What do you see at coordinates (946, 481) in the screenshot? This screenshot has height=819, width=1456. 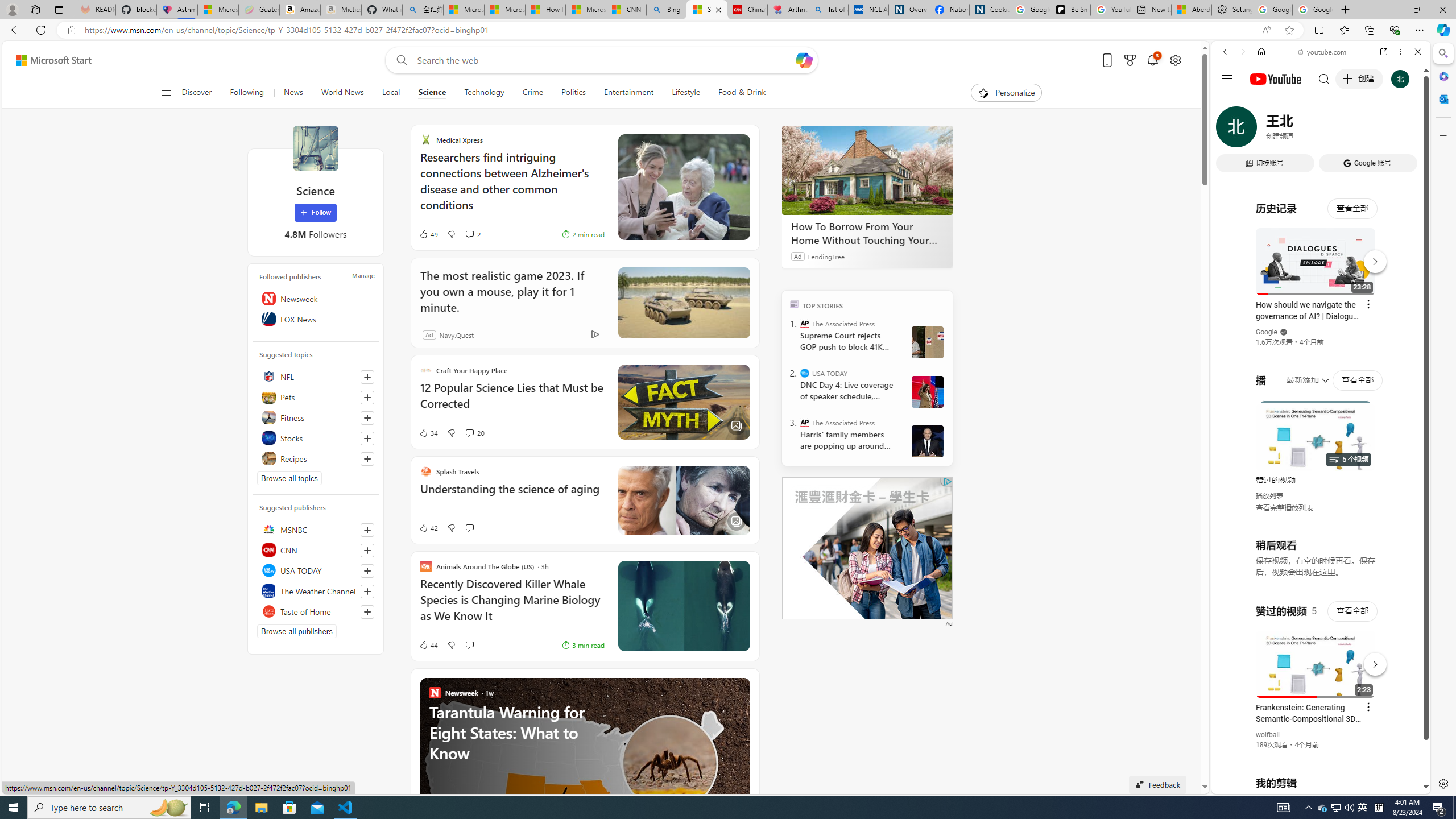 I see `'Class: qc-adchoices-link top-right '` at bounding box center [946, 481].